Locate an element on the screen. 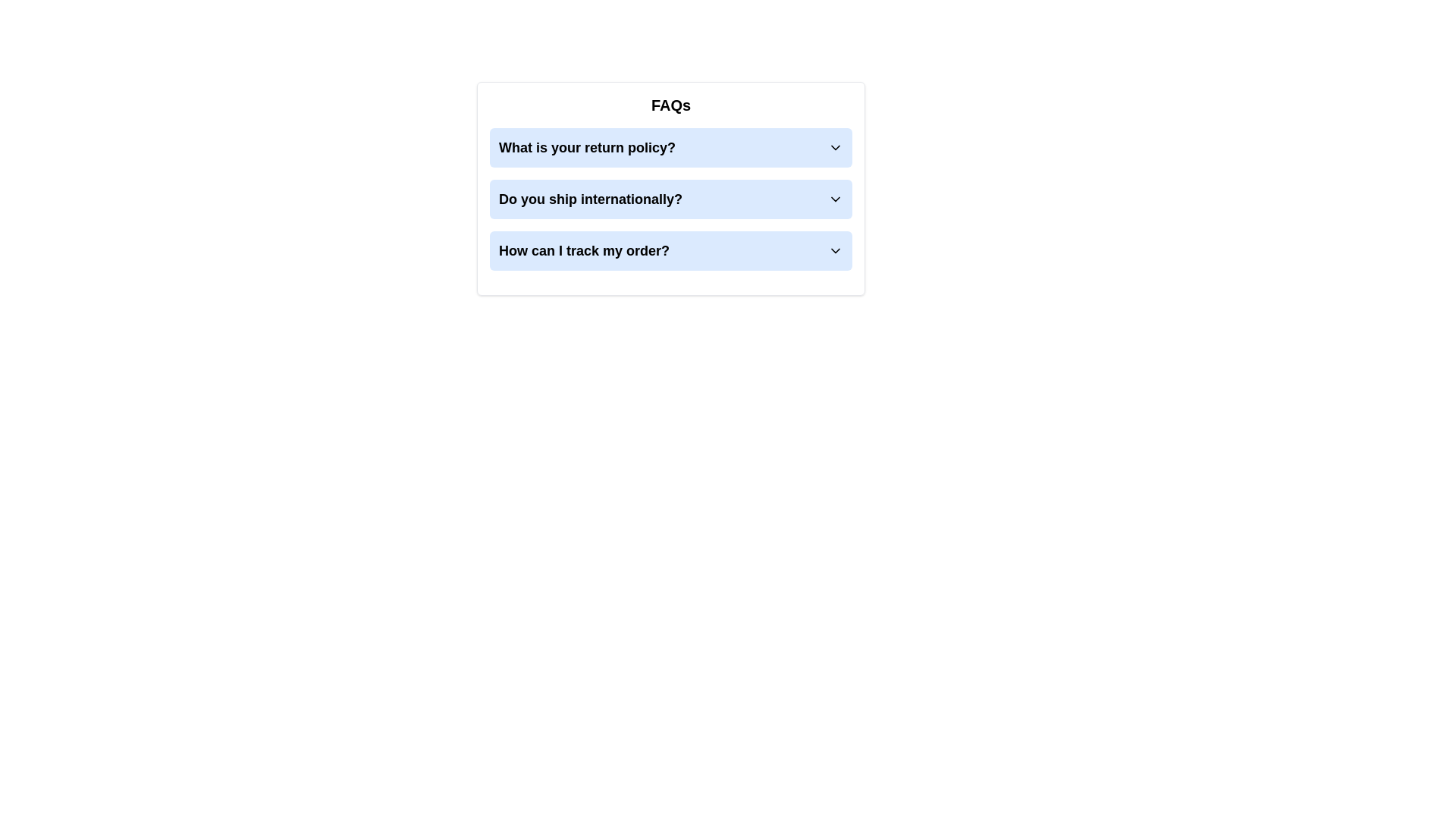 The image size is (1456, 819). the FAQ button that allows users to expand or collapse information about international shipping, located as the second item in the list of FAQ entries is located at coordinates (670, 198).